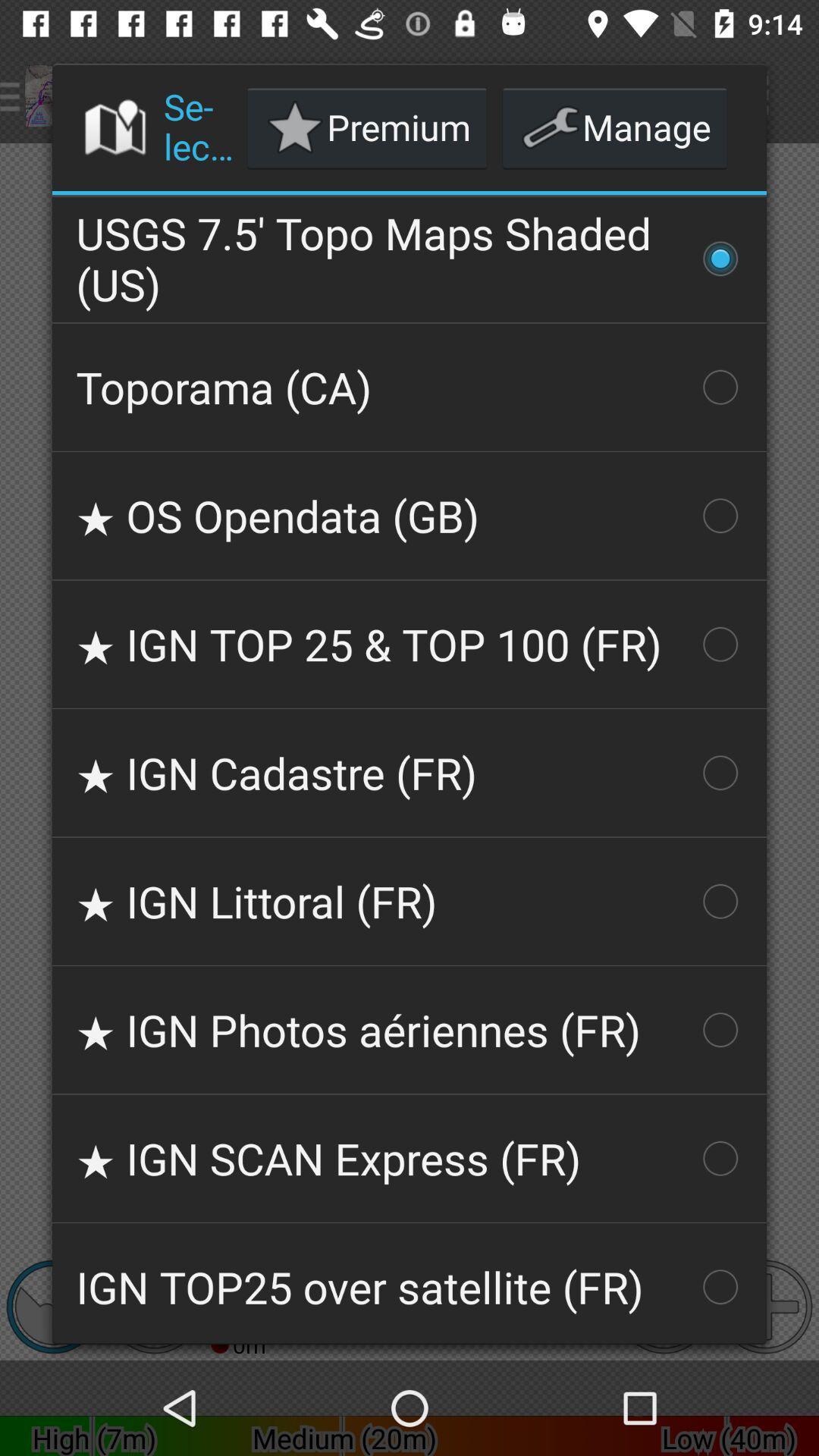 Image resolution: width=819 pixels, height=1456 pixels. What do you see at coordinates (614, 127) in the screenshot?
I see `icon at the top right corner` at bounding box center [614, 127].